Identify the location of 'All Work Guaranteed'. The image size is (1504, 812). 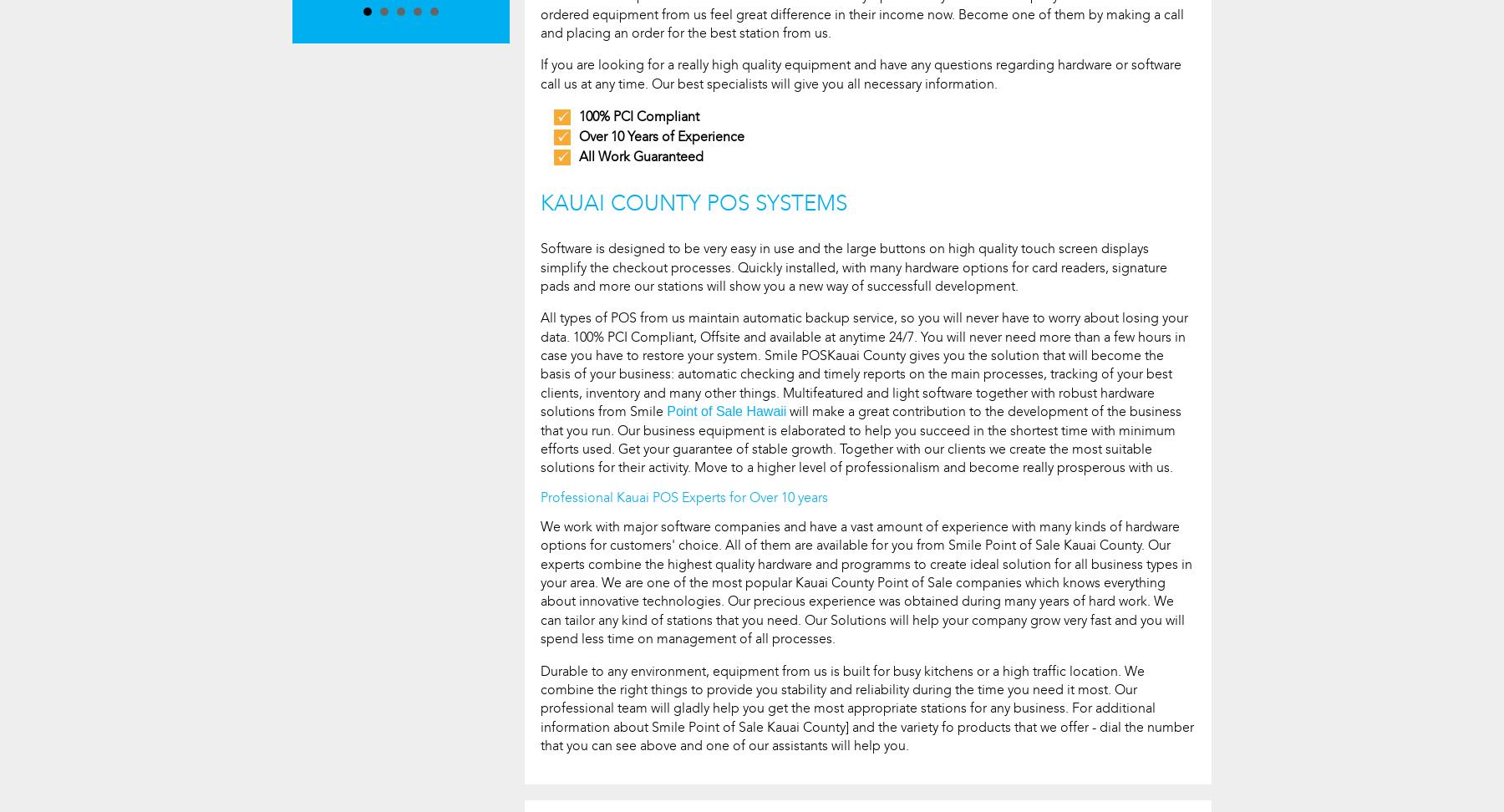
(640, 155).